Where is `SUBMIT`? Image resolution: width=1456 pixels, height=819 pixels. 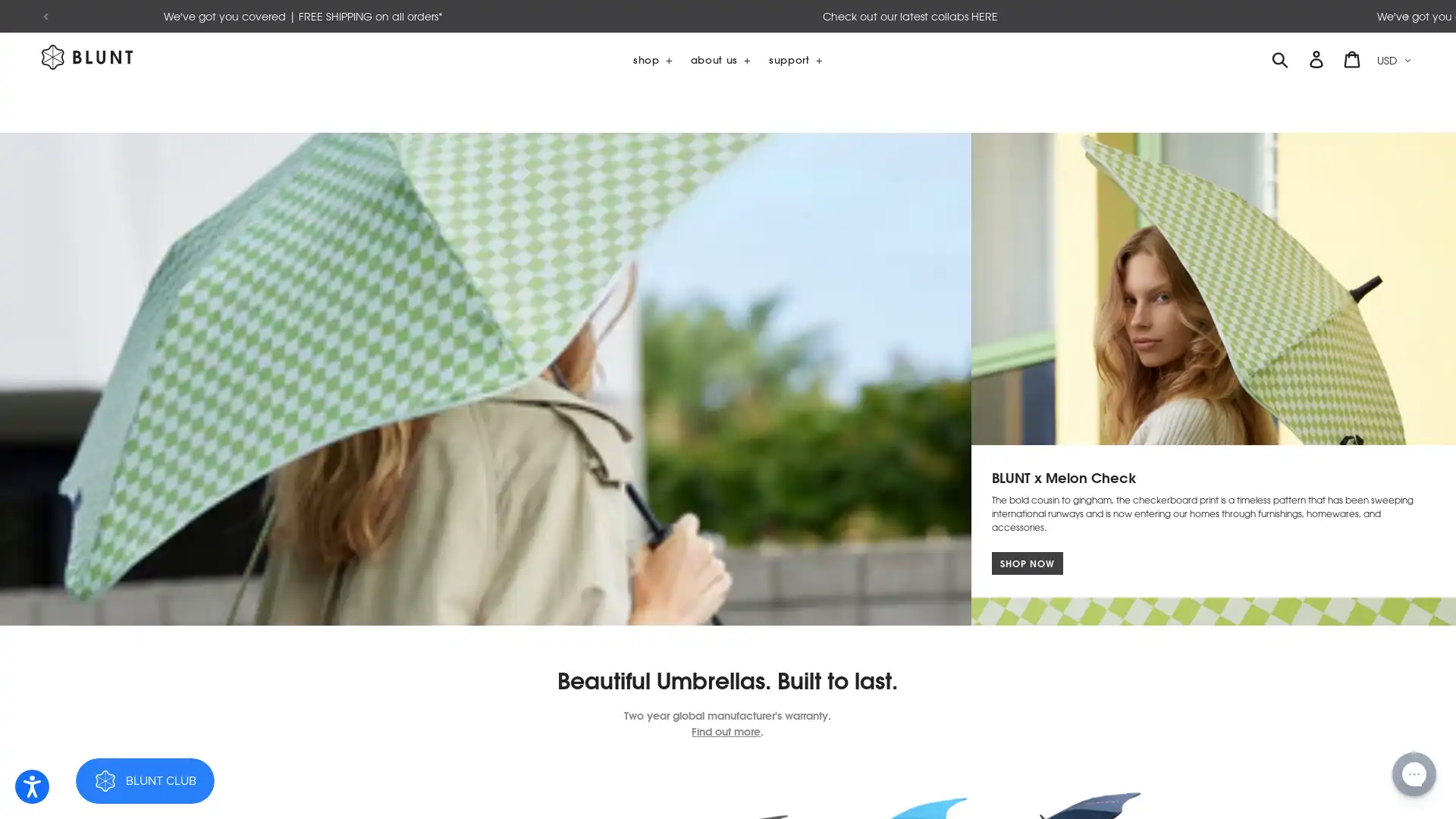 SUBMIT is located at coordinates (1280, 58).